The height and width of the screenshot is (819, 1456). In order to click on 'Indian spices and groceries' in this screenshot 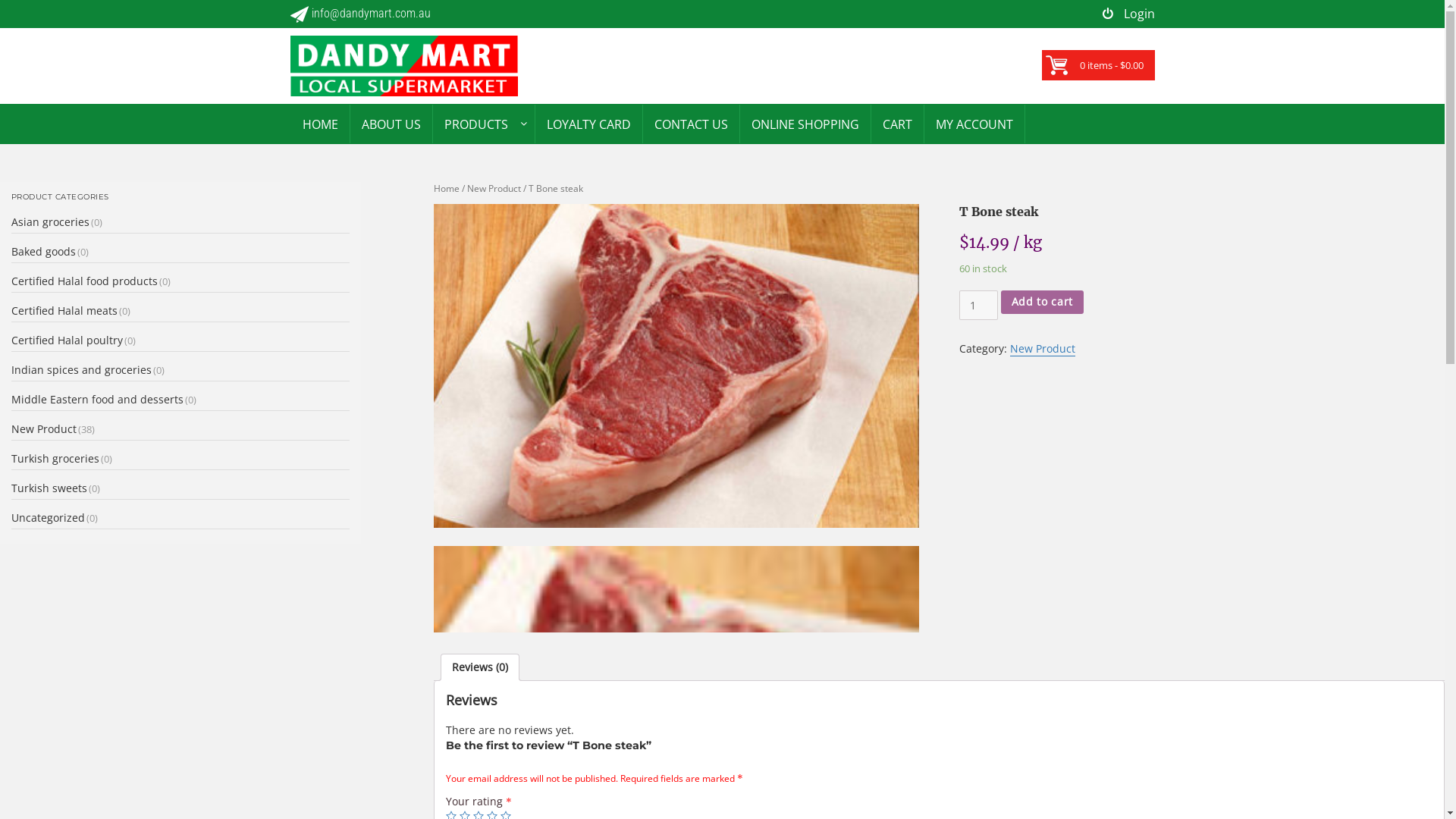, I will do `click(80, 369)`.